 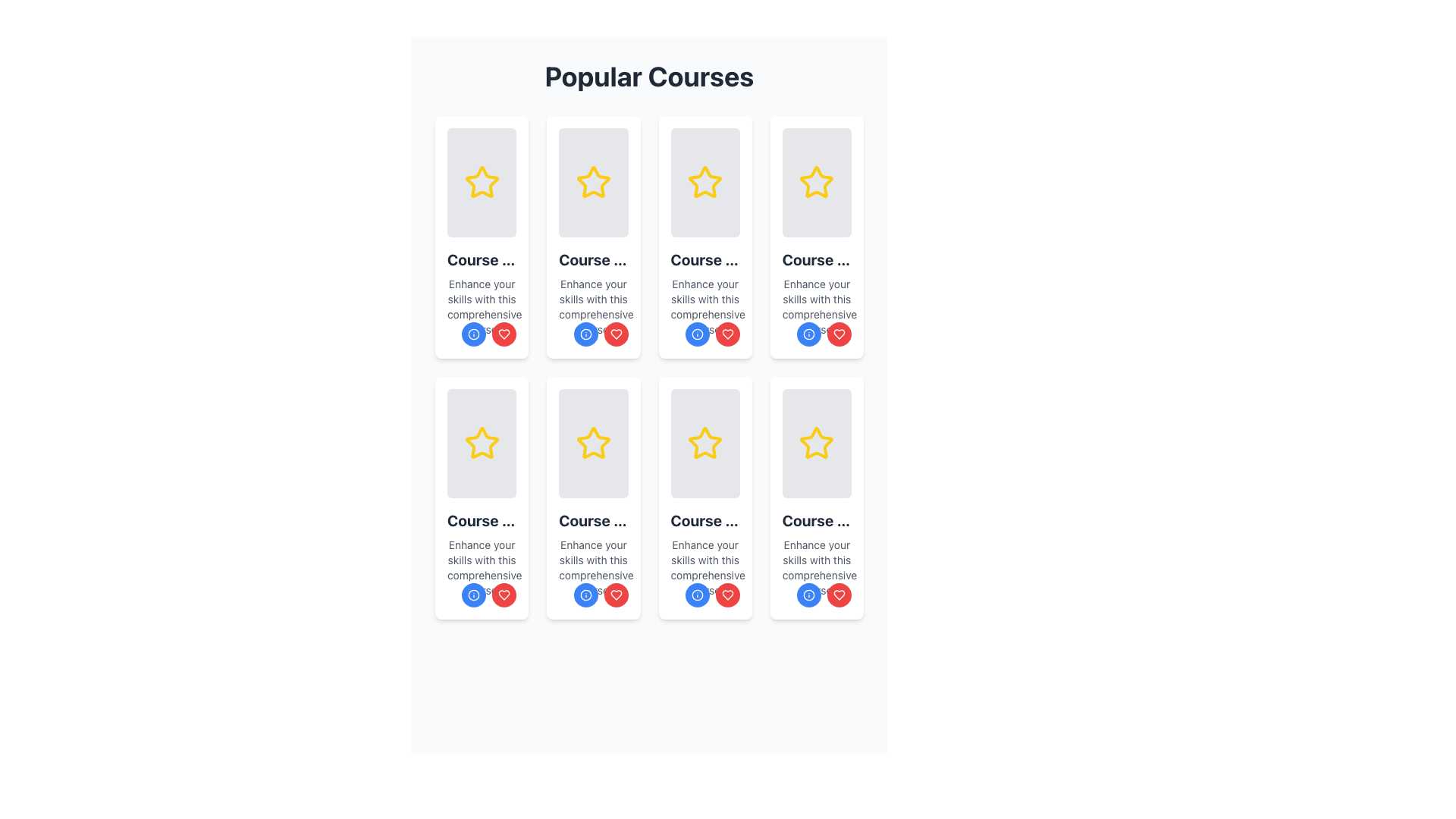 I want to click on text element that displays 'Enhance your skills with this comprehensive course.' located under 'Course Title 4' in the second row, third column of the course card grid, so click(x=816, y=307).